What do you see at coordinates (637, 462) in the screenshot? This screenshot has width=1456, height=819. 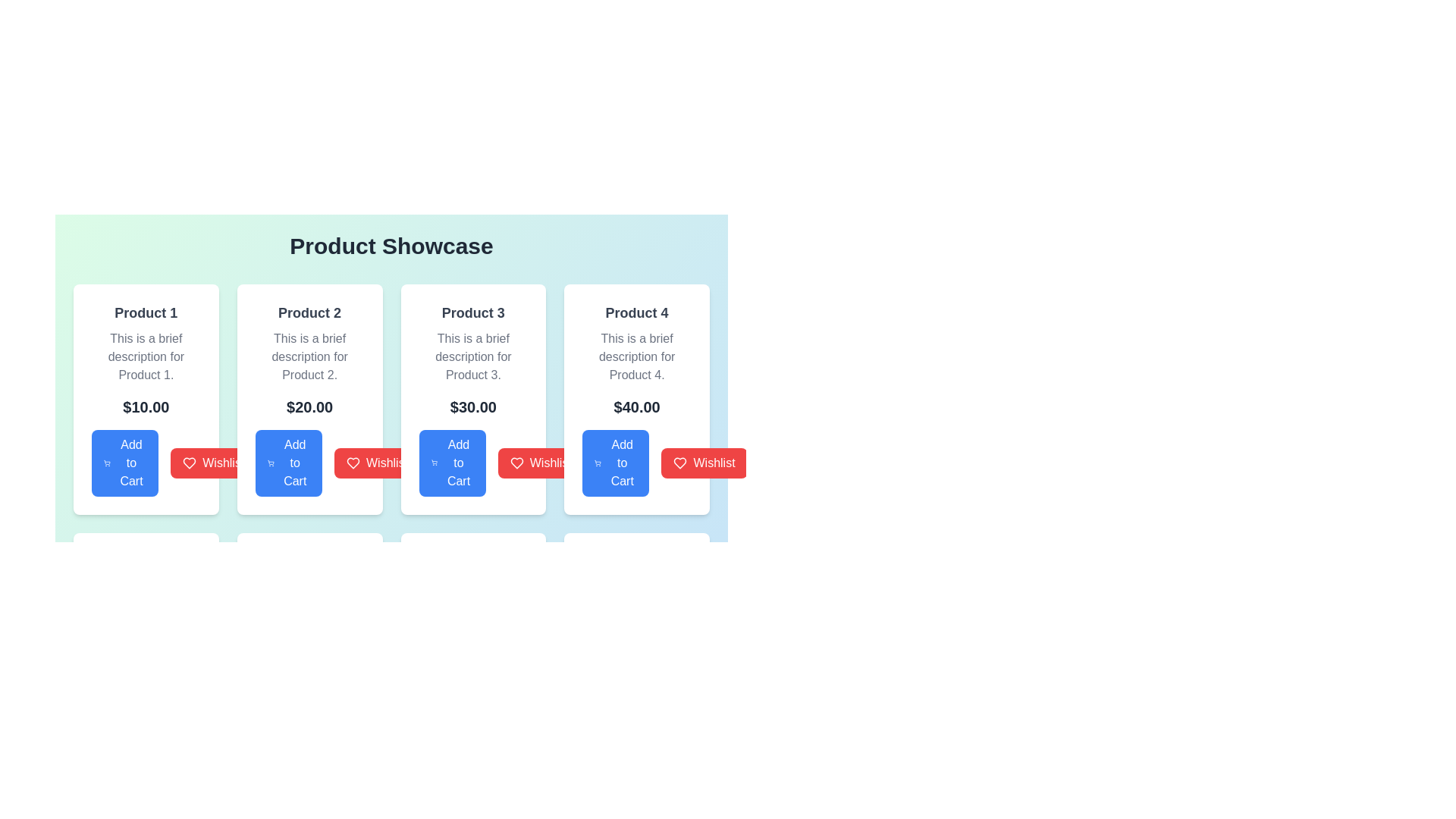 I see `the 'Add to Cart' button, which is a blue rectangular button with rounded corners located in the 'Product 4' card` at bounding box center [637, 462].